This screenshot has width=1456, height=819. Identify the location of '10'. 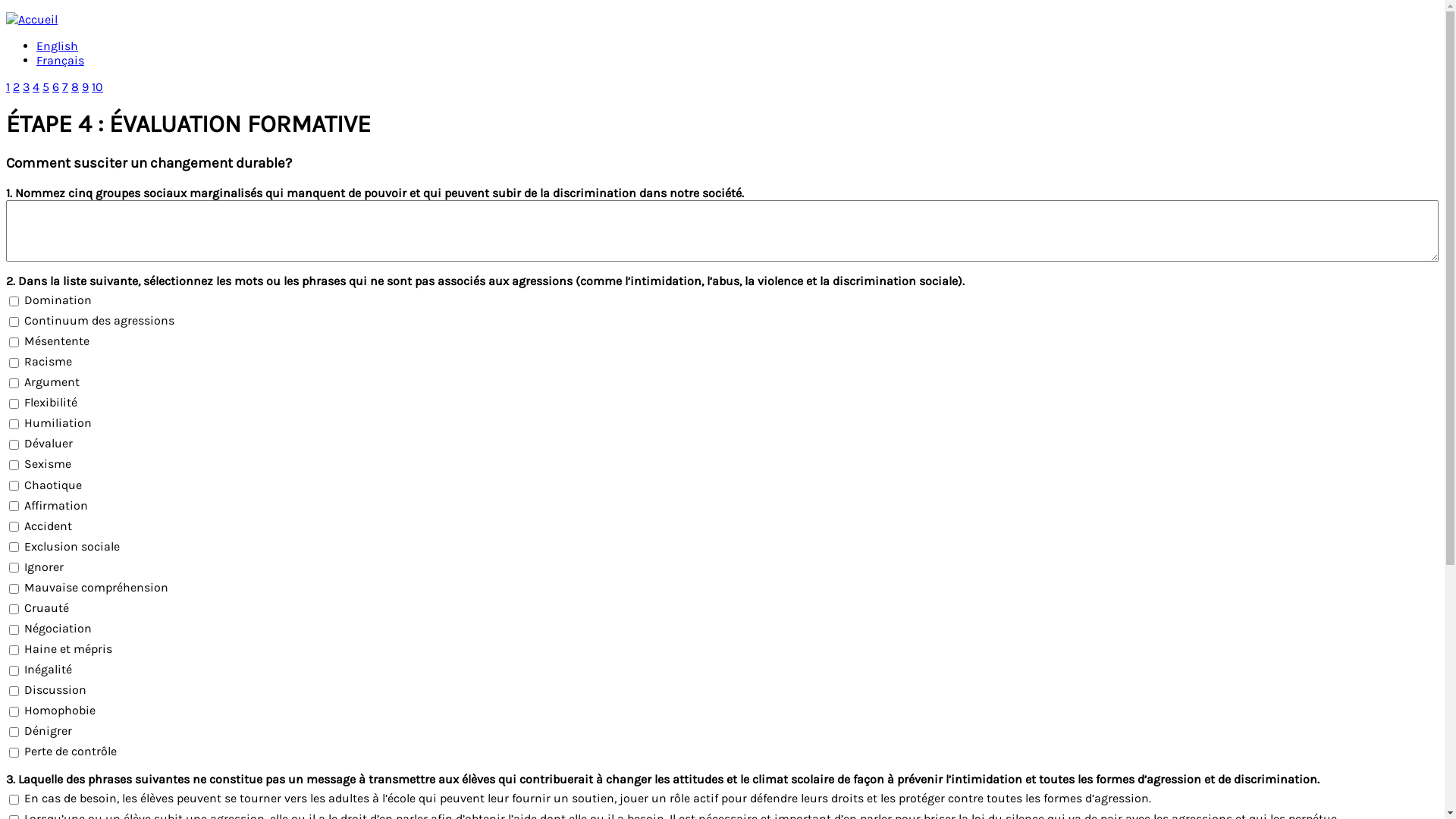
(90, 86).